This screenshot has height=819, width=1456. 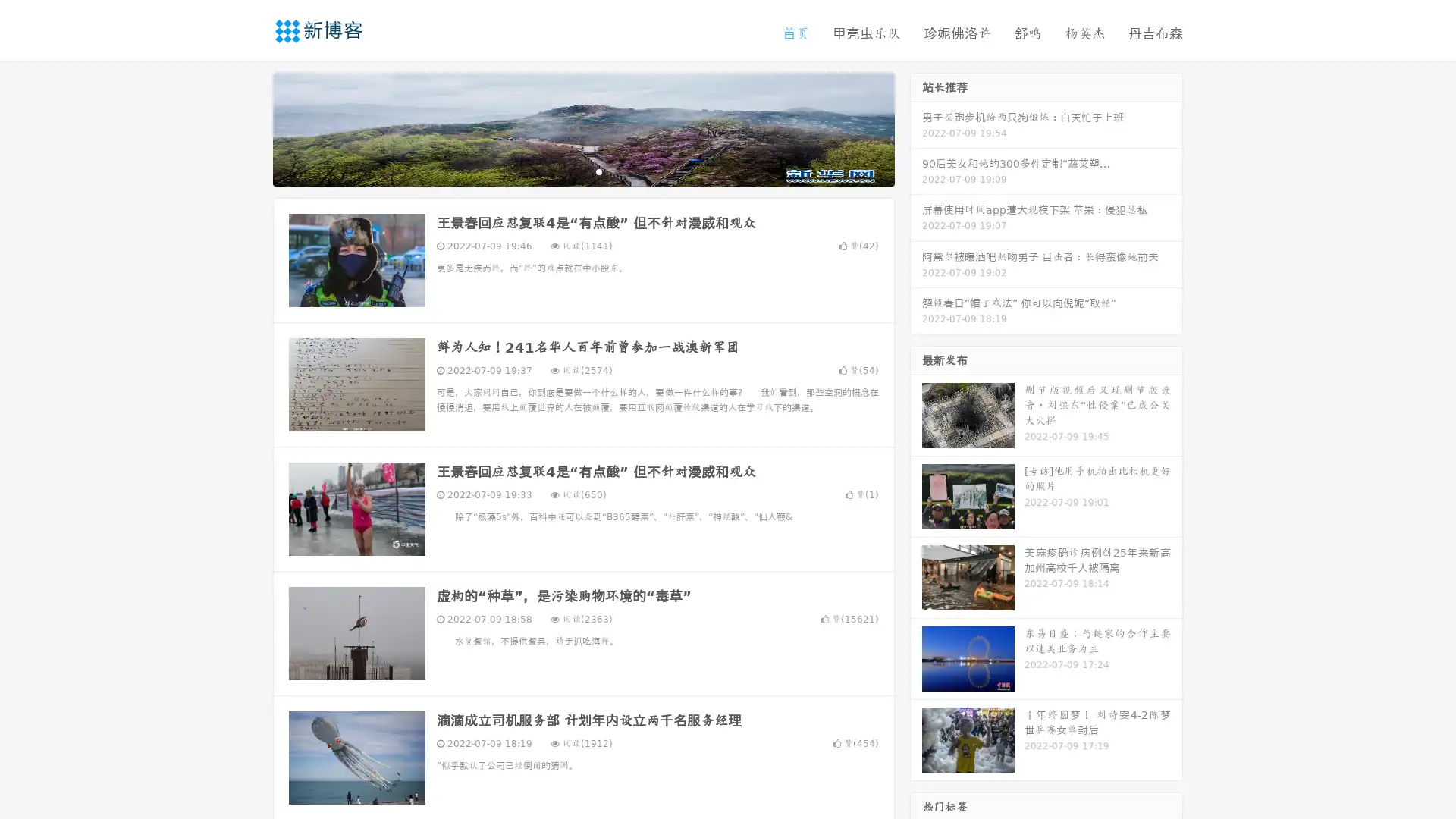 What do you see at coordinates (582, 171) in the screenshot?
I see `Go to slide 2` at bounding box center [582, 171].